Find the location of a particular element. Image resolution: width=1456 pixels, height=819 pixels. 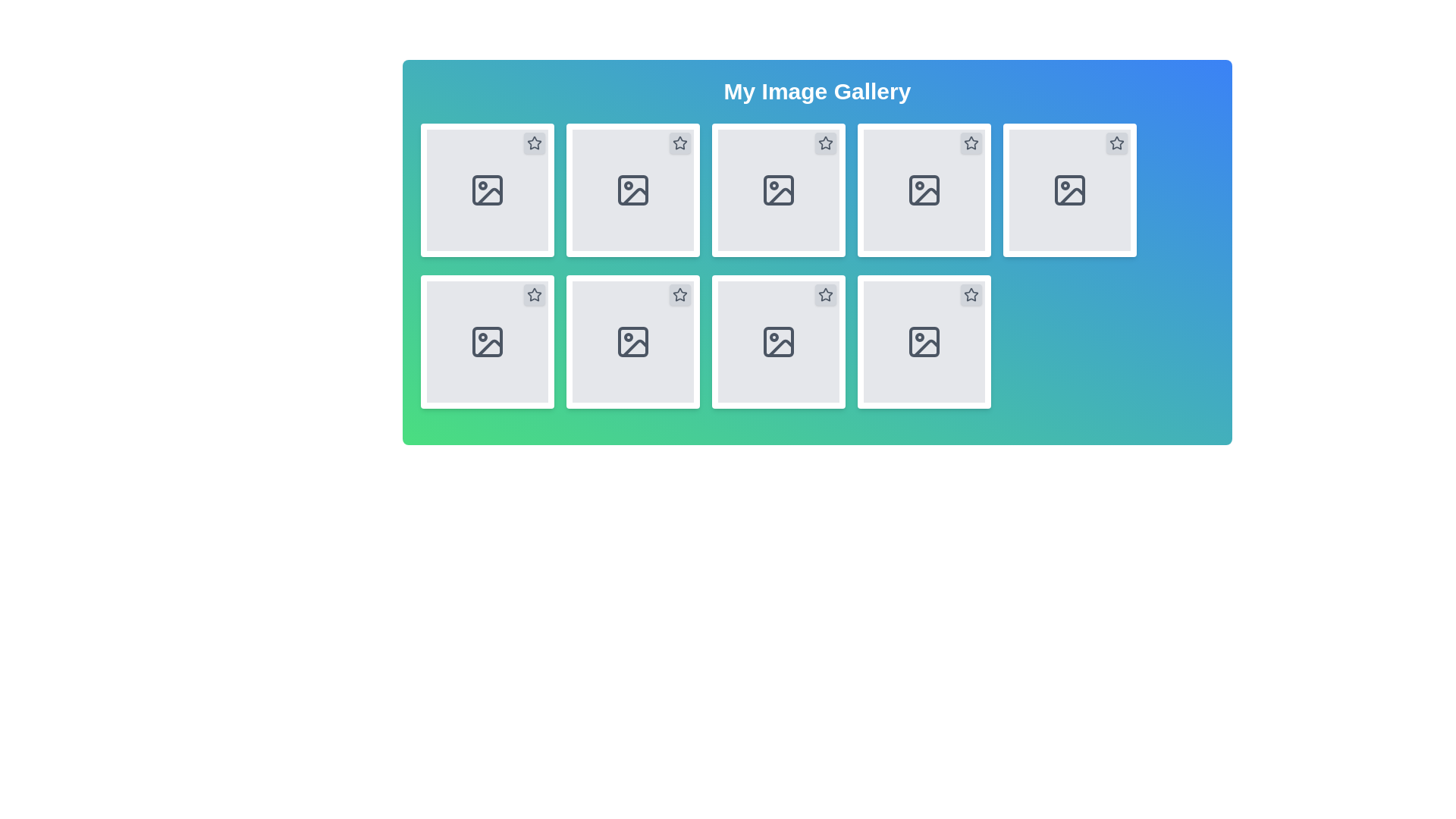

the decorative rectangle within the SVG icon located at the bottom-right of a 3x3 grid layout is located at coordinates (924, 342).